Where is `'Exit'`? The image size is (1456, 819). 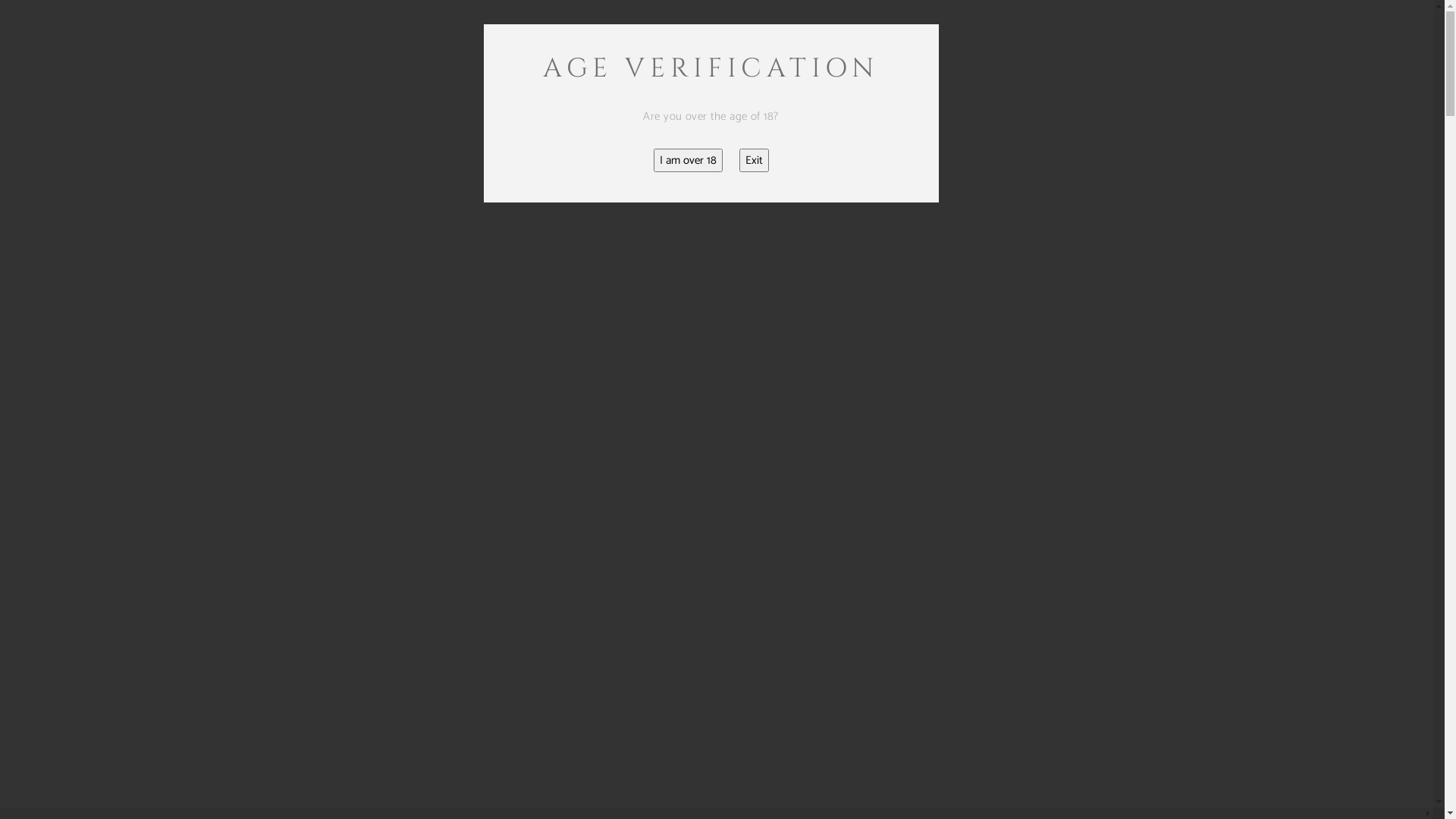
'Exit' is located at coordinates (753, 160).